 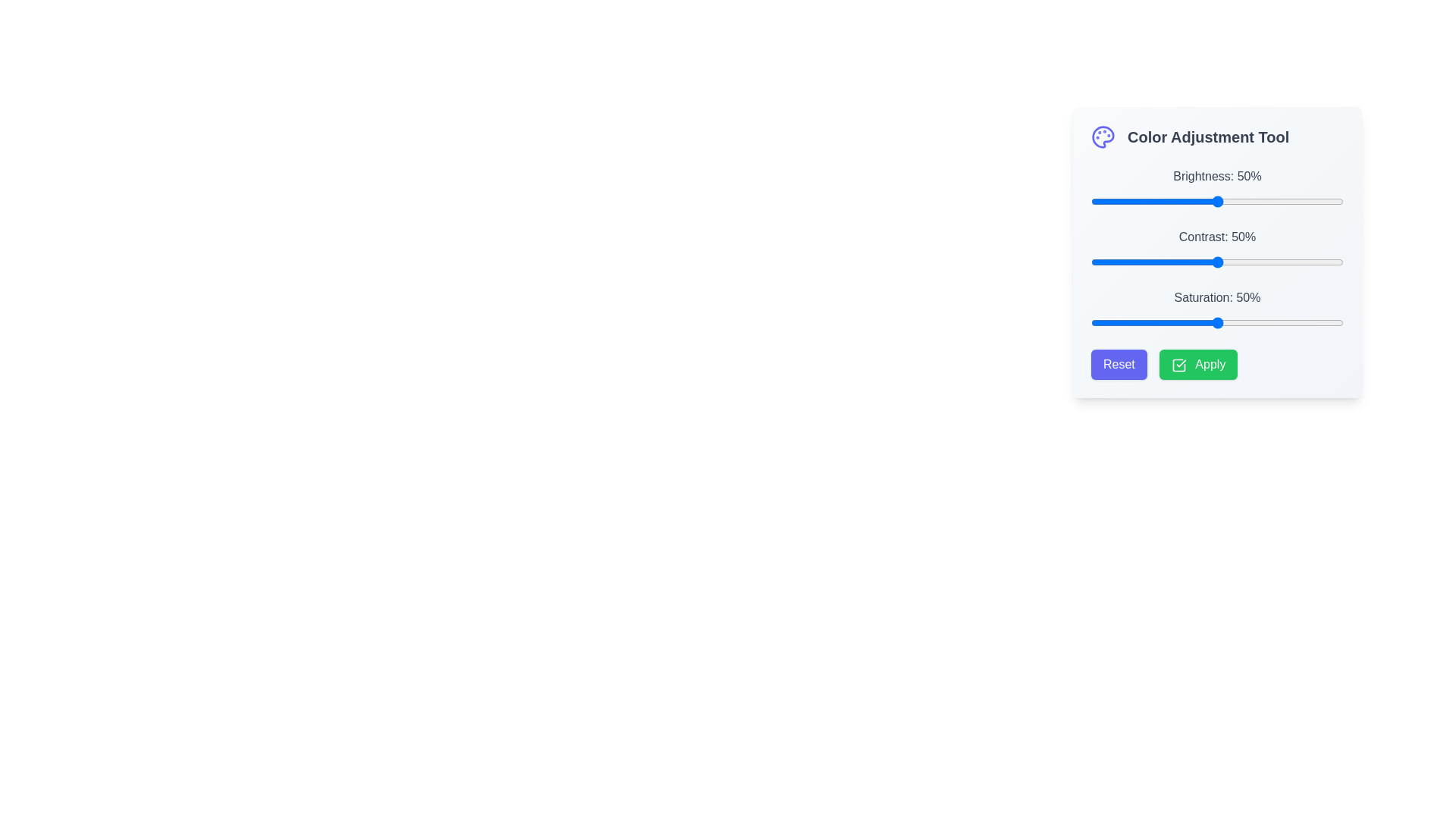 I want to click on the contrast, so click(x=1103, y=262).